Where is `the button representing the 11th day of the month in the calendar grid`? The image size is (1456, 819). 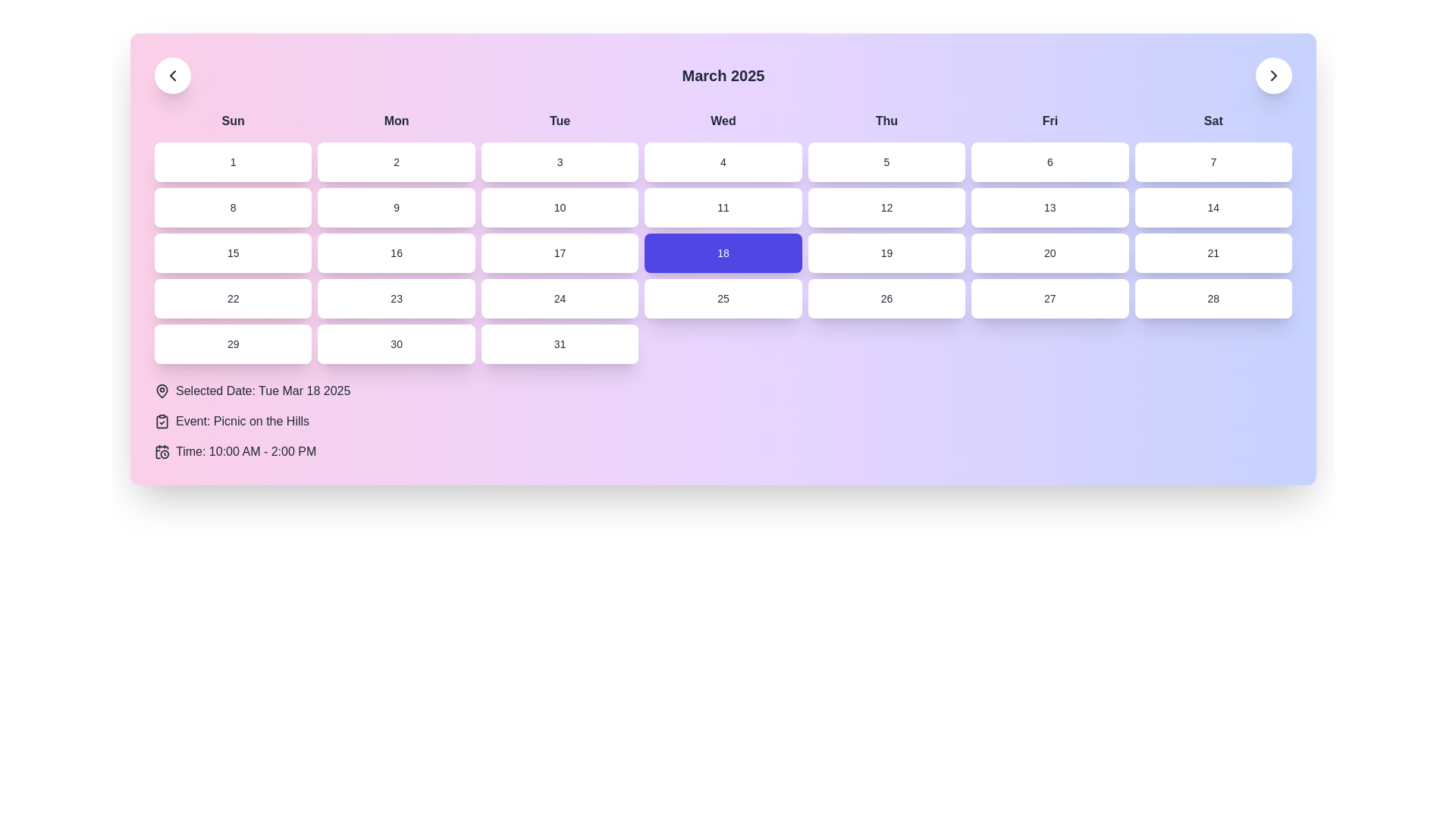
the button representing the 11th day of the month in the calendar grid is located at coordinates (723, 207).